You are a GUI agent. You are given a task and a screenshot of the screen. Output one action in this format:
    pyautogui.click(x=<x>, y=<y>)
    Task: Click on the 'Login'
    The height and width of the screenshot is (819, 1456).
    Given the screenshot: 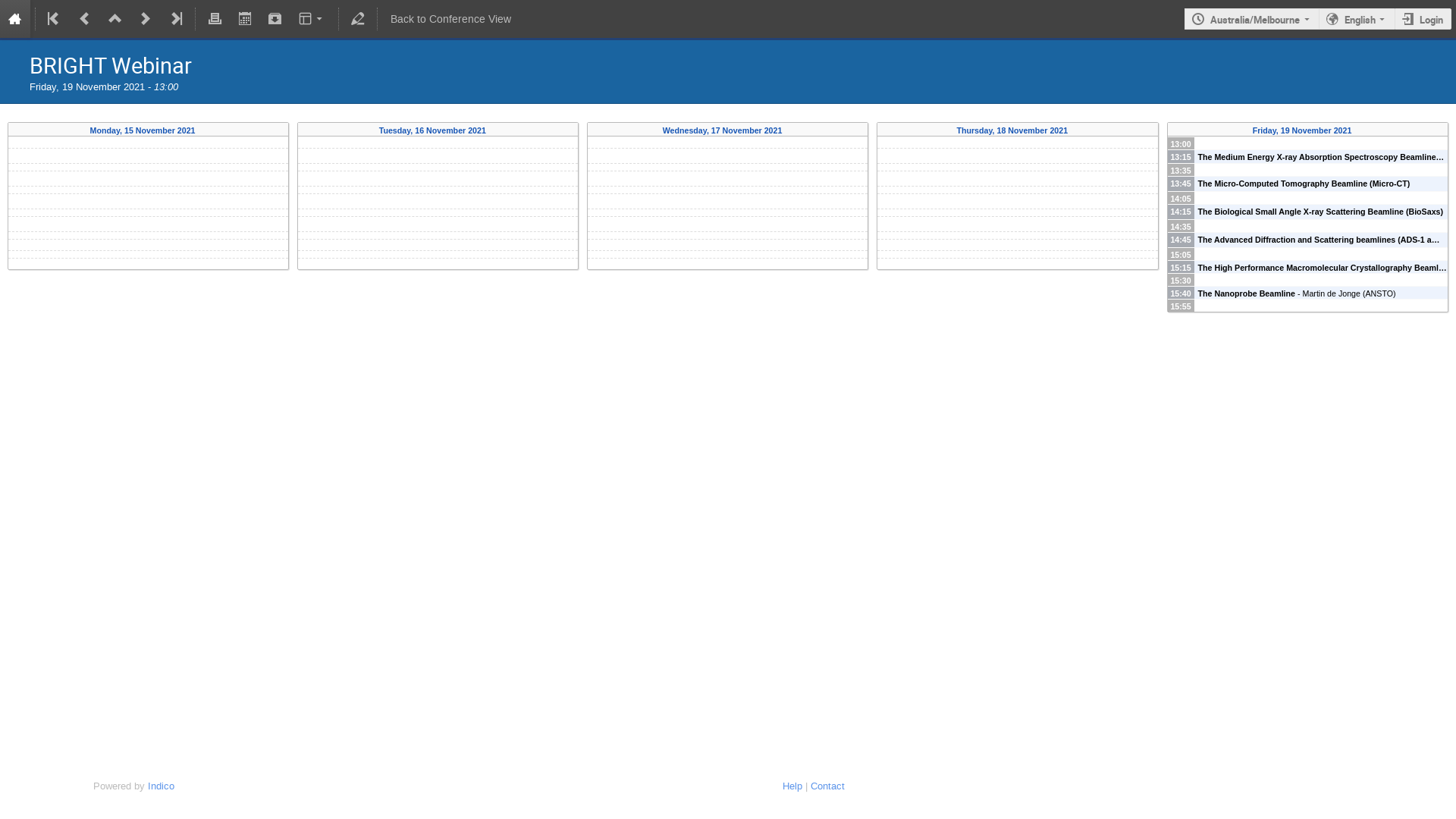 What is the action you would take?
    pyautogui.click(x=1422, y=19)
    